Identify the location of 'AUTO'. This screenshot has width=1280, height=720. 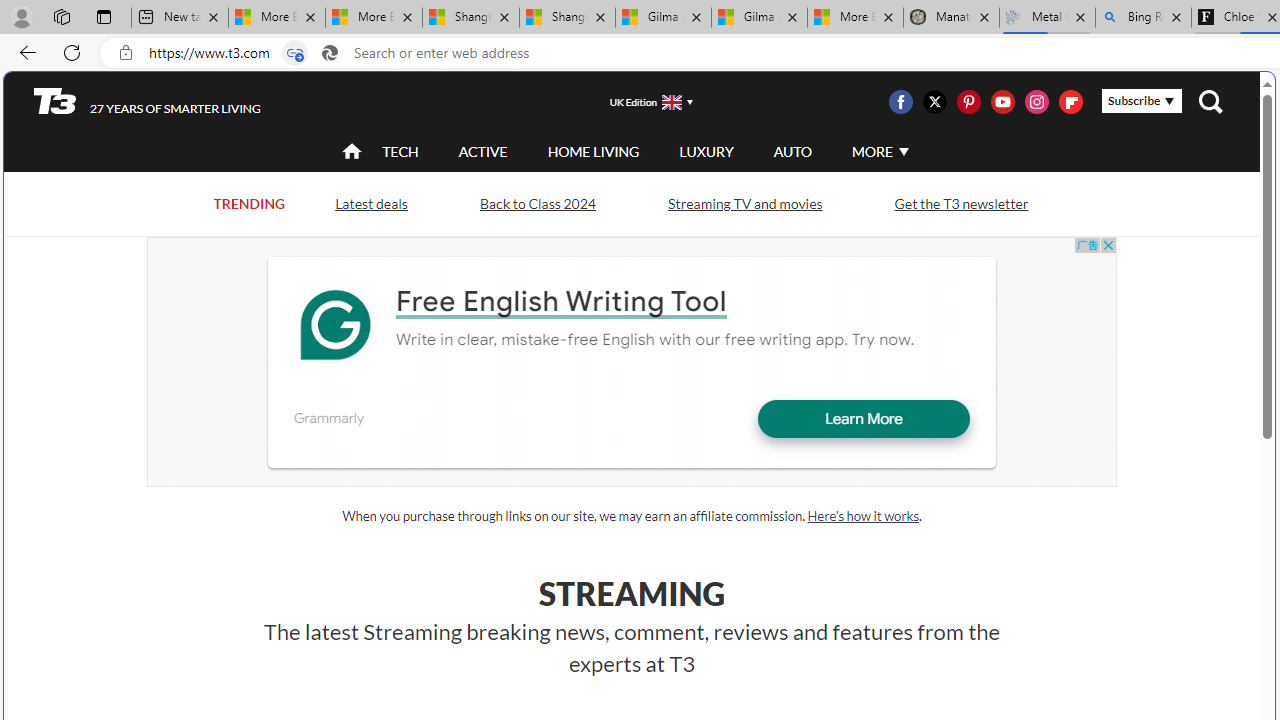
(791, 150).